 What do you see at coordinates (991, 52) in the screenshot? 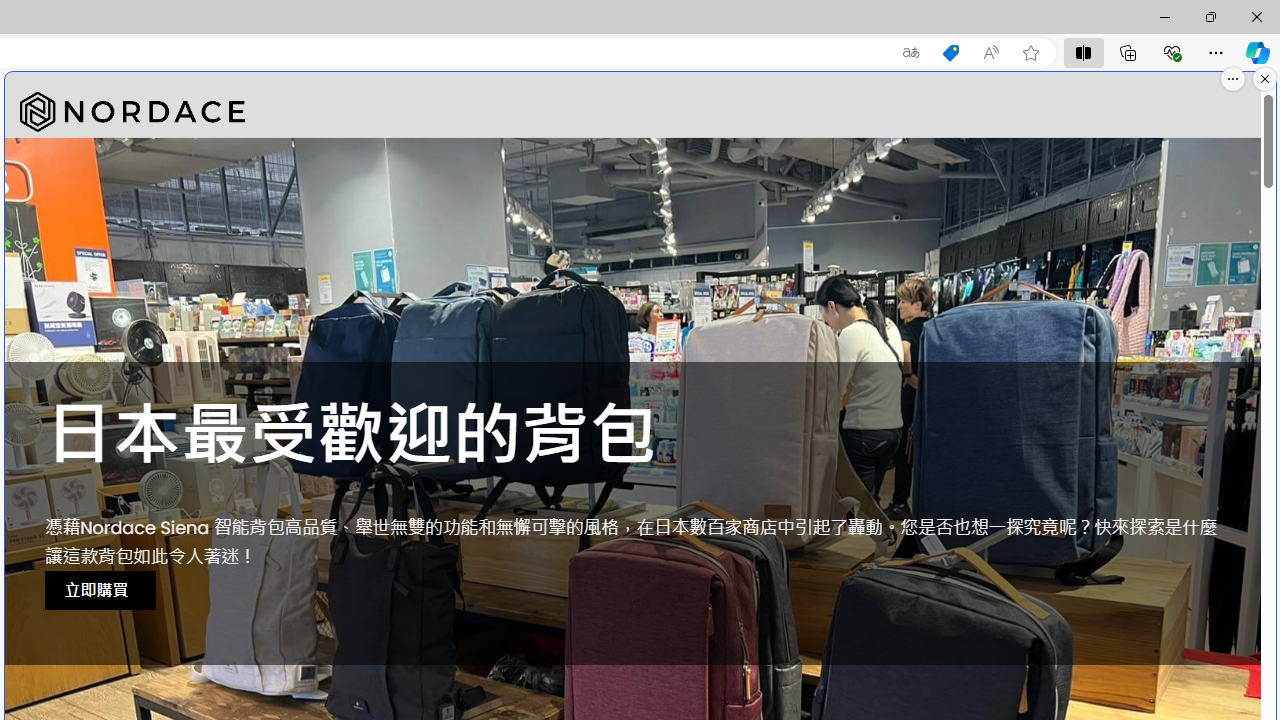
I see `'Read aloud this page (Ctrl+Shift+U)'` at bounding box center [991, 52].